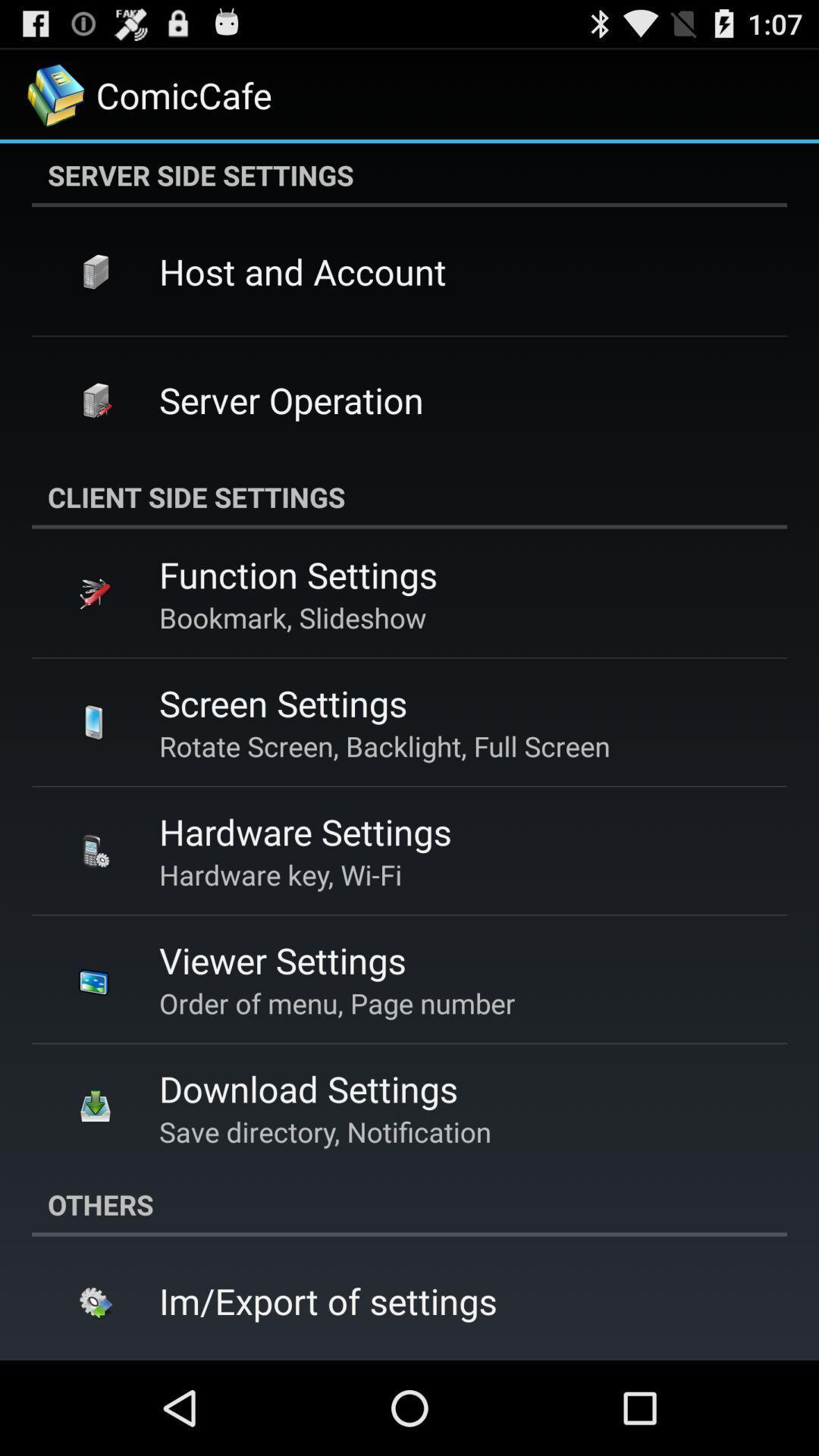 This screenshot has height=1456, width=819. What do you see at coordinates (307, 1087) in the screenshot?
I see `icon below the order of menu` at bounding box center [307, 1087].